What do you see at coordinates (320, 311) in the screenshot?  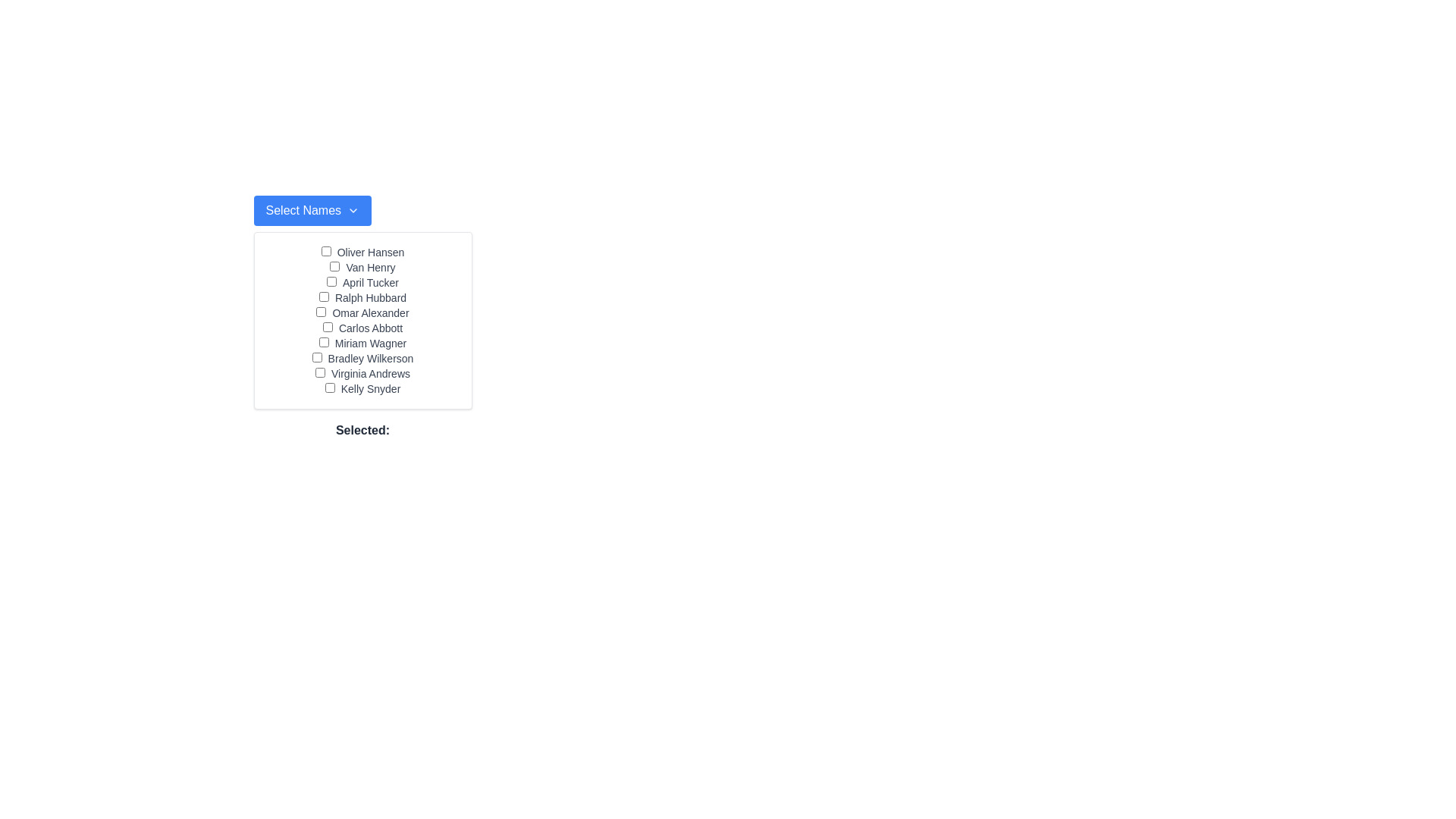 I see `the checkbox located to the left of the label text 'Omar Alexander', which is the fifth item in a vertical list under the 'Select Names' dropdown menu` at bounding box center [320, 311].